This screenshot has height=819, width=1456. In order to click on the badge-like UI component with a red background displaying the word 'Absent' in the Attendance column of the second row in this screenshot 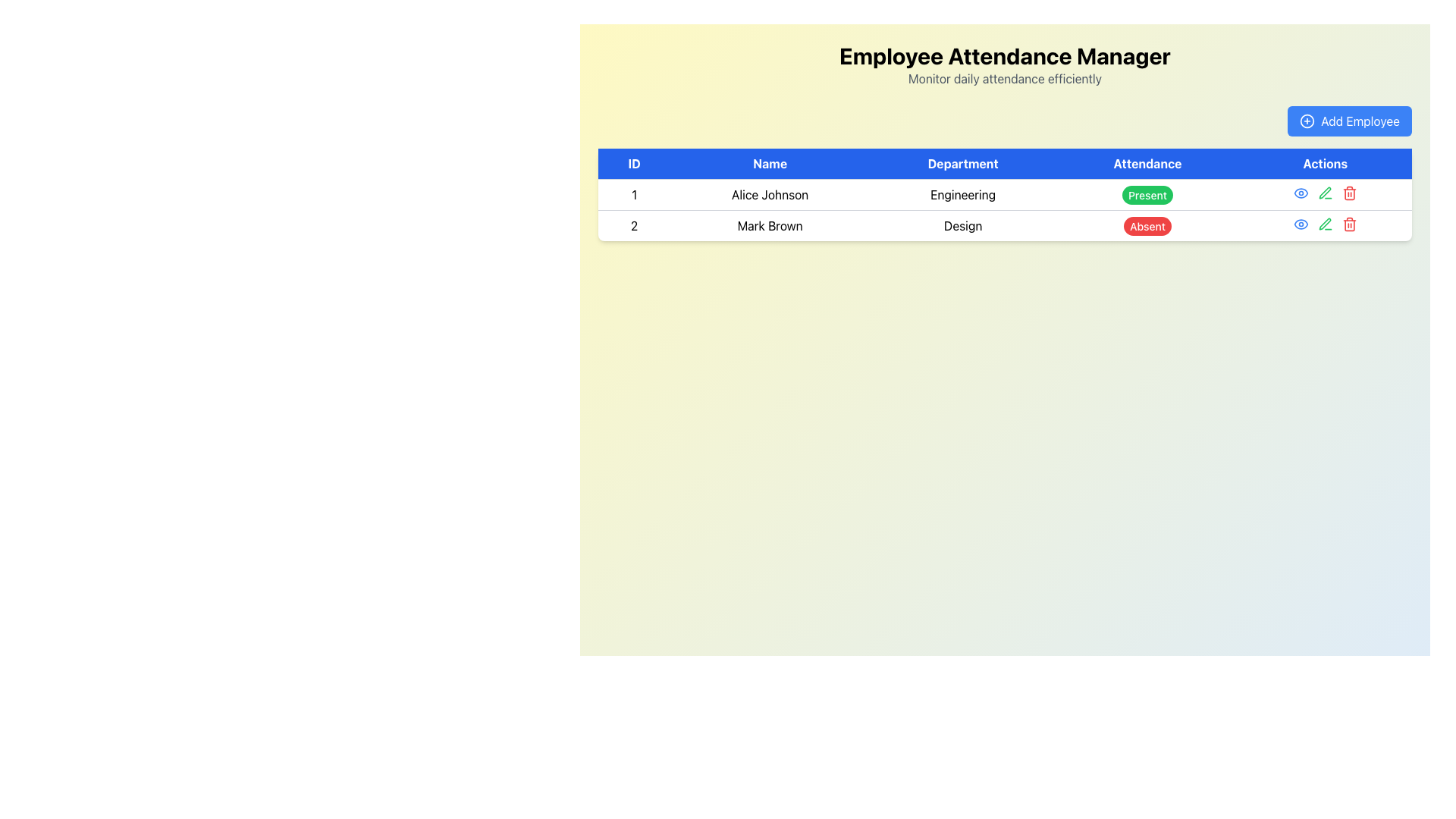, I will do `click(1147, 226)`.